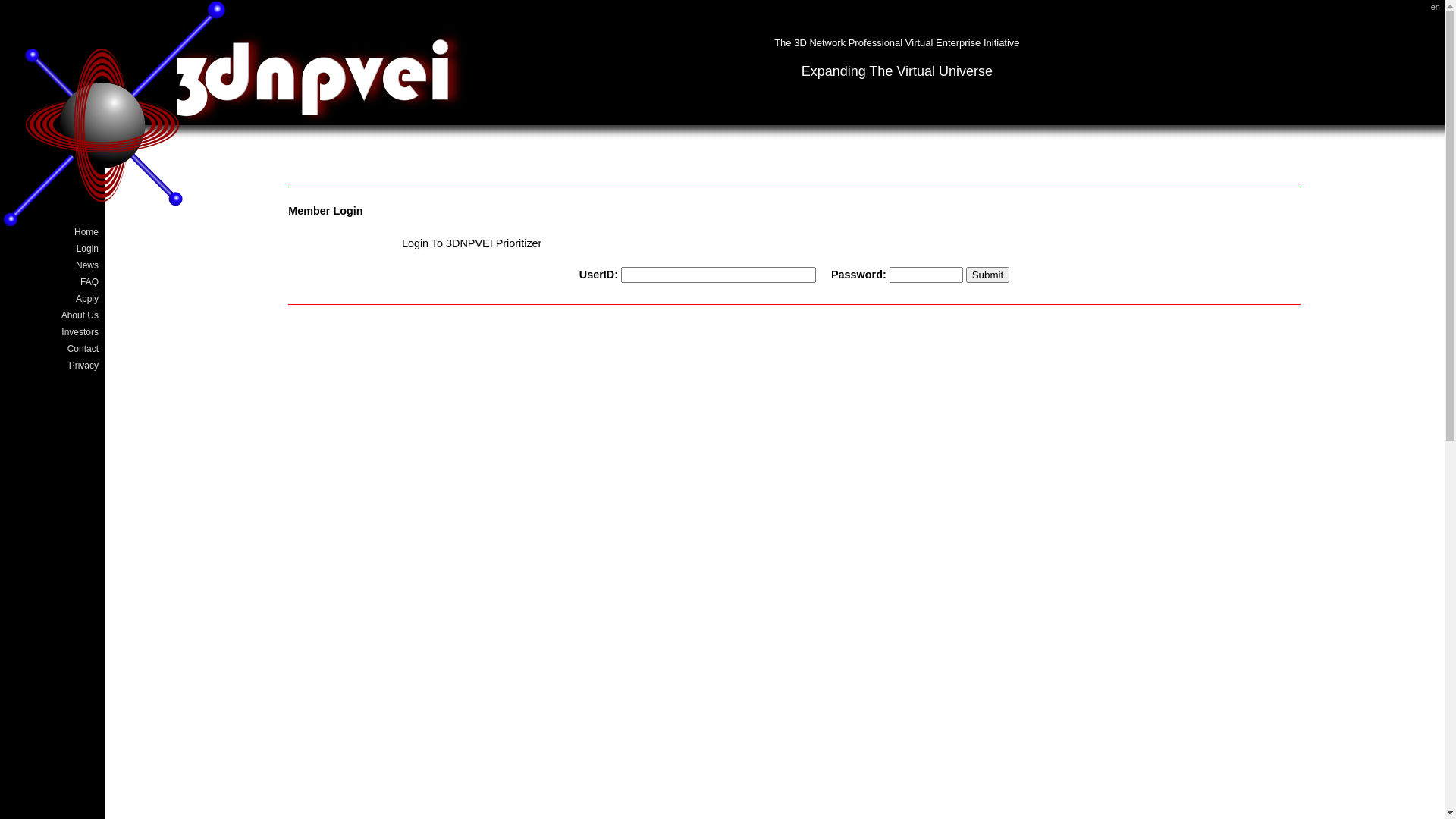 Image resolution: width=1456 pixels, height=819 pixels. I want to click on 'Privacy', so click(53, 366).